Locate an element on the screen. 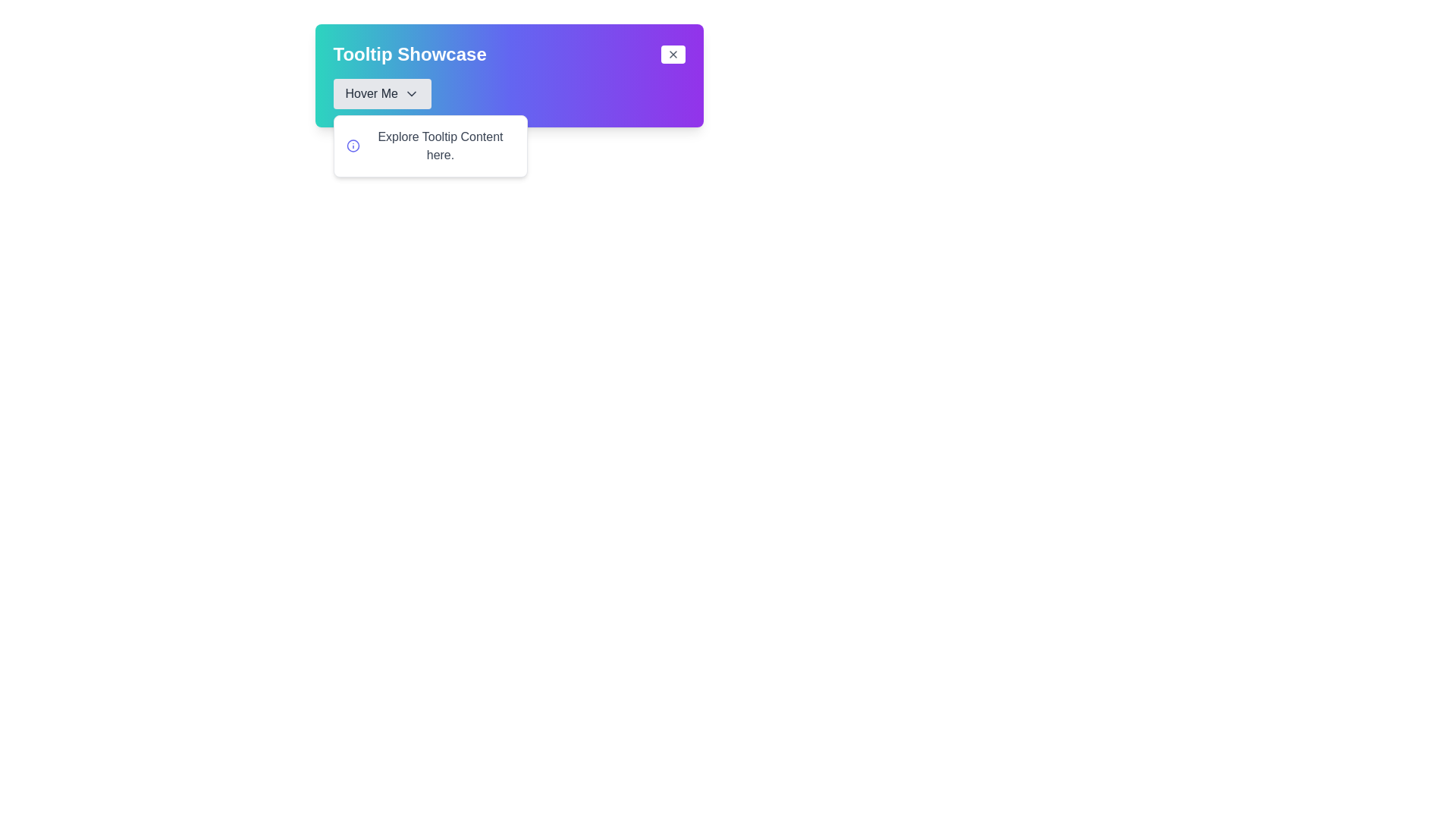  the inner circular part of the SVG icon that resembles an information symbol, located near the top right of a tooltip card within the 'Tooltip Showcase' header is located at coordinates (352, 146).